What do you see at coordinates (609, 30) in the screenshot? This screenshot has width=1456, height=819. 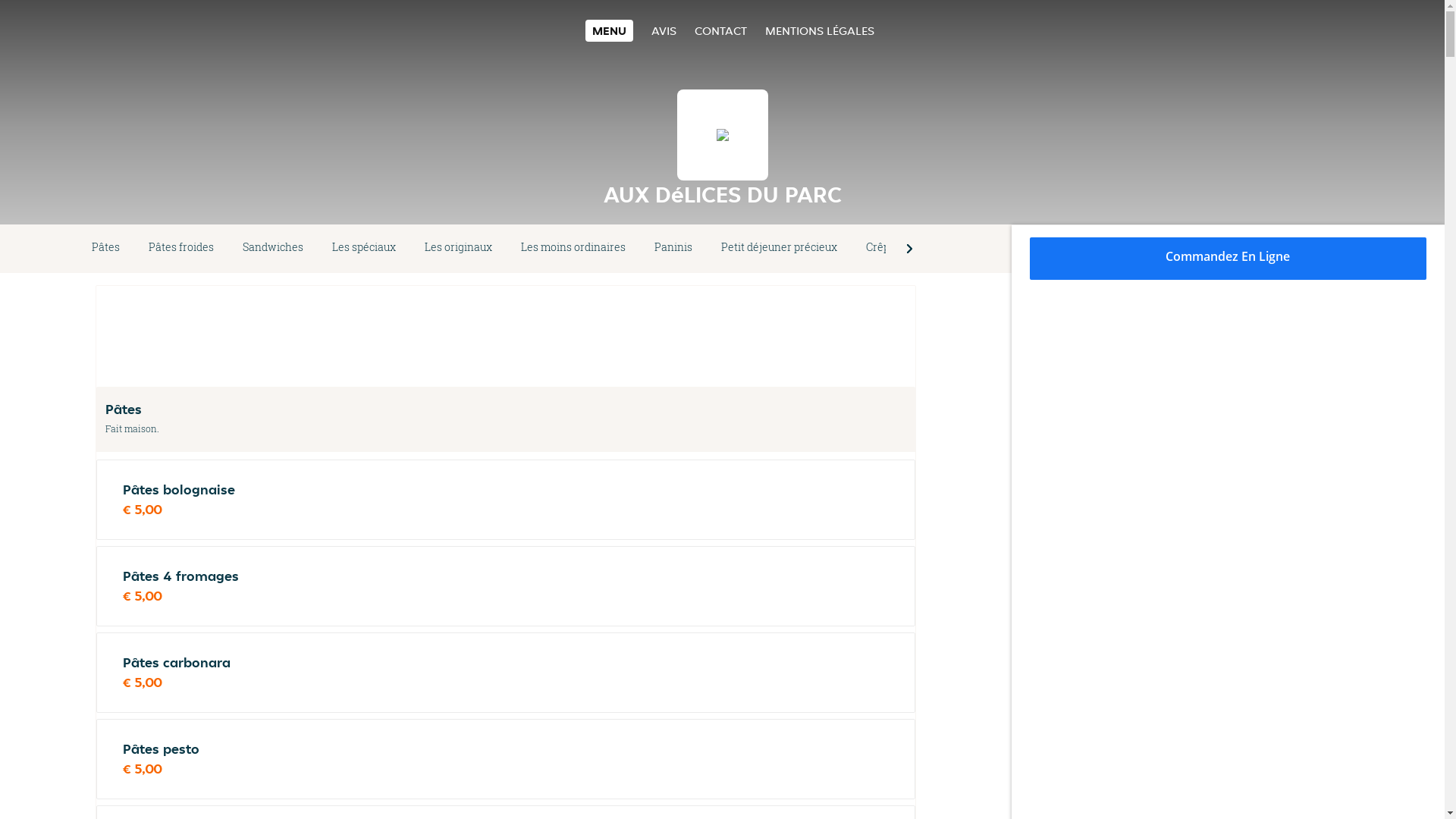 I see `'MENU'` at bounding box center [609, 30].